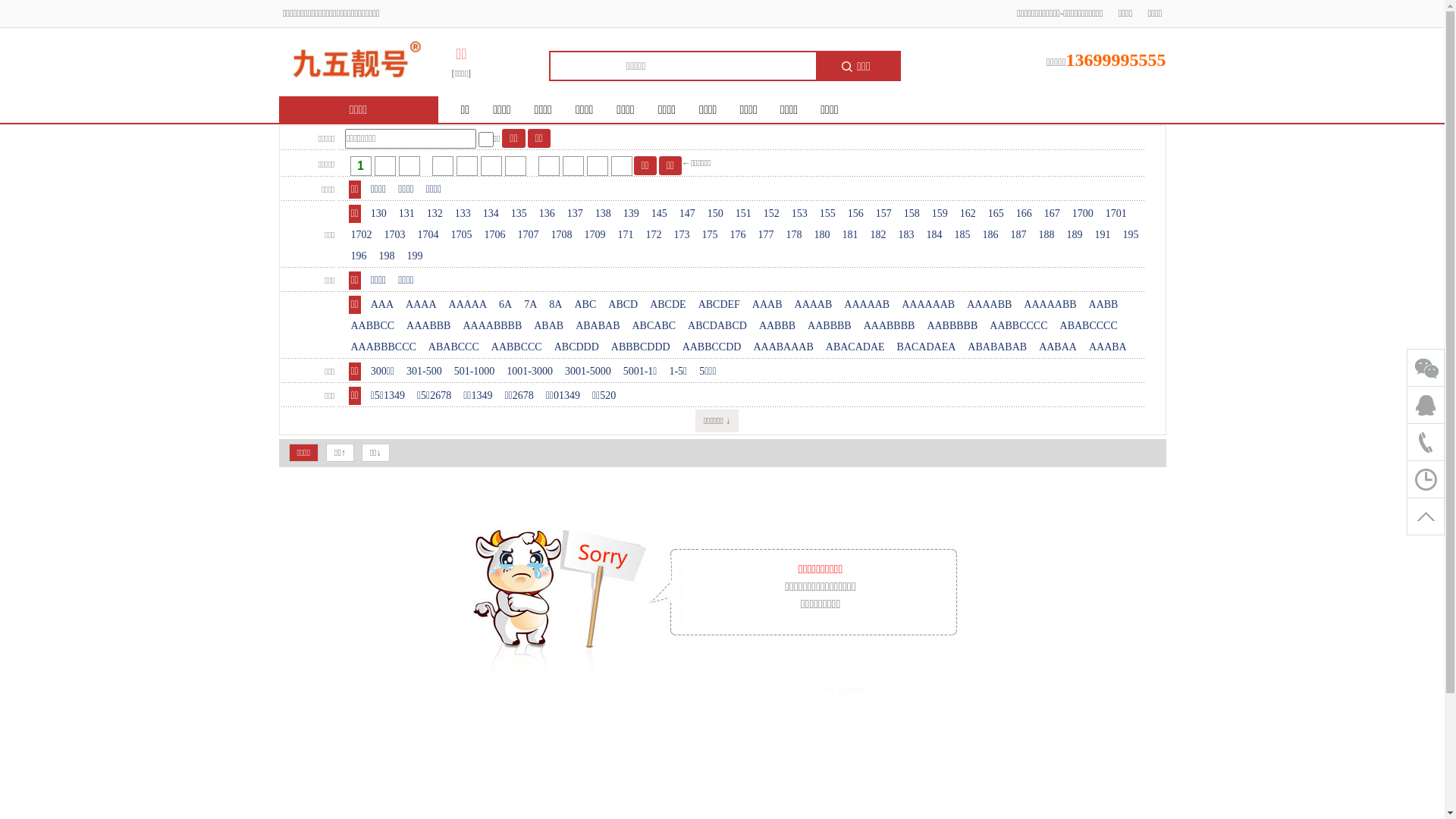  I want to click on '137', so click(574, 213).